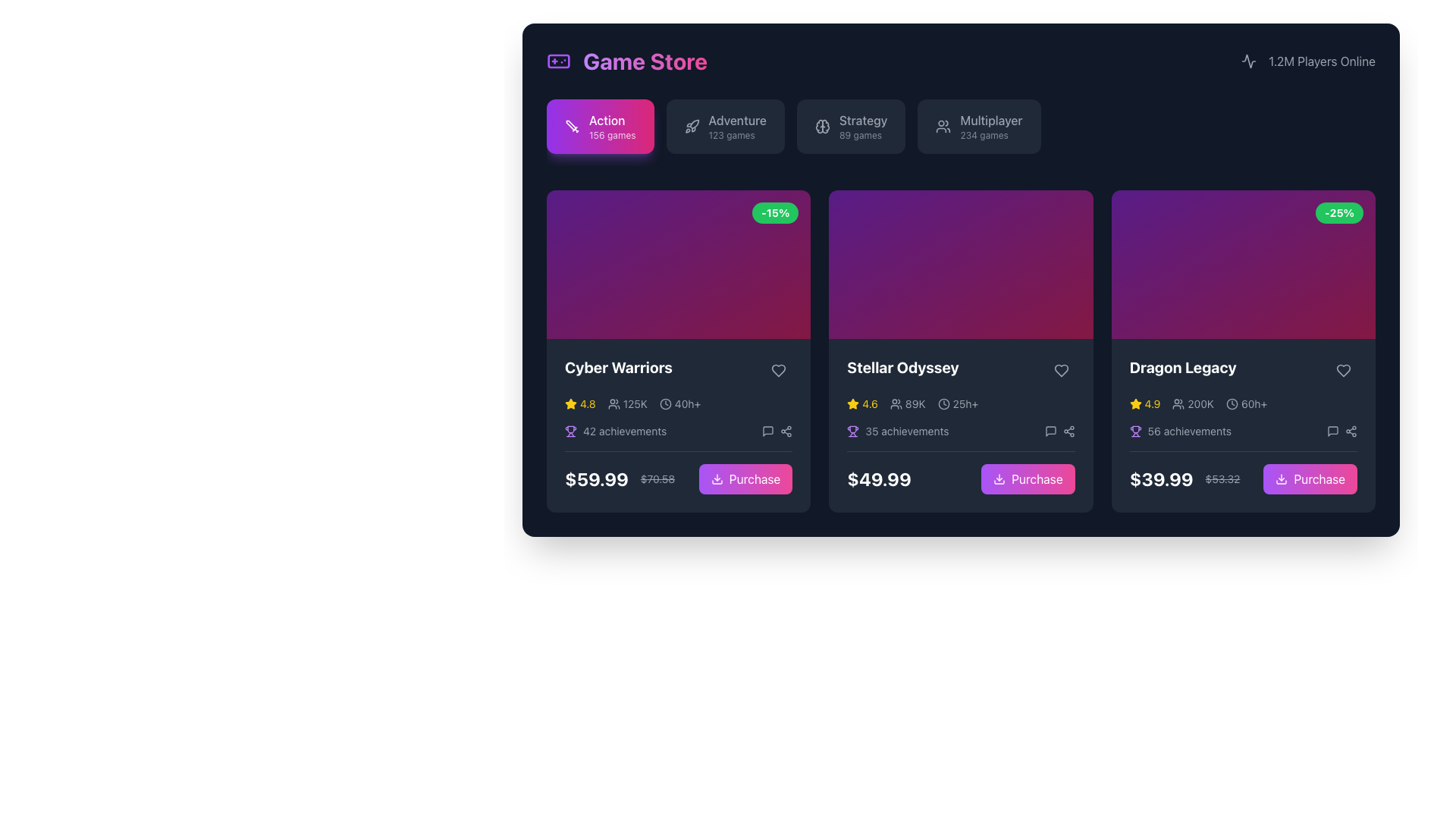 Image resolution: width=1456 pixels, height=819 pixels. What do you see at coordinates (853, 431) in the screenshot?
I see `the decorative trophy icon representing achievements for the game 'Stellar Odyssey', which is located to the left of the text '35 achievements'` at bounding box center [853, 431].